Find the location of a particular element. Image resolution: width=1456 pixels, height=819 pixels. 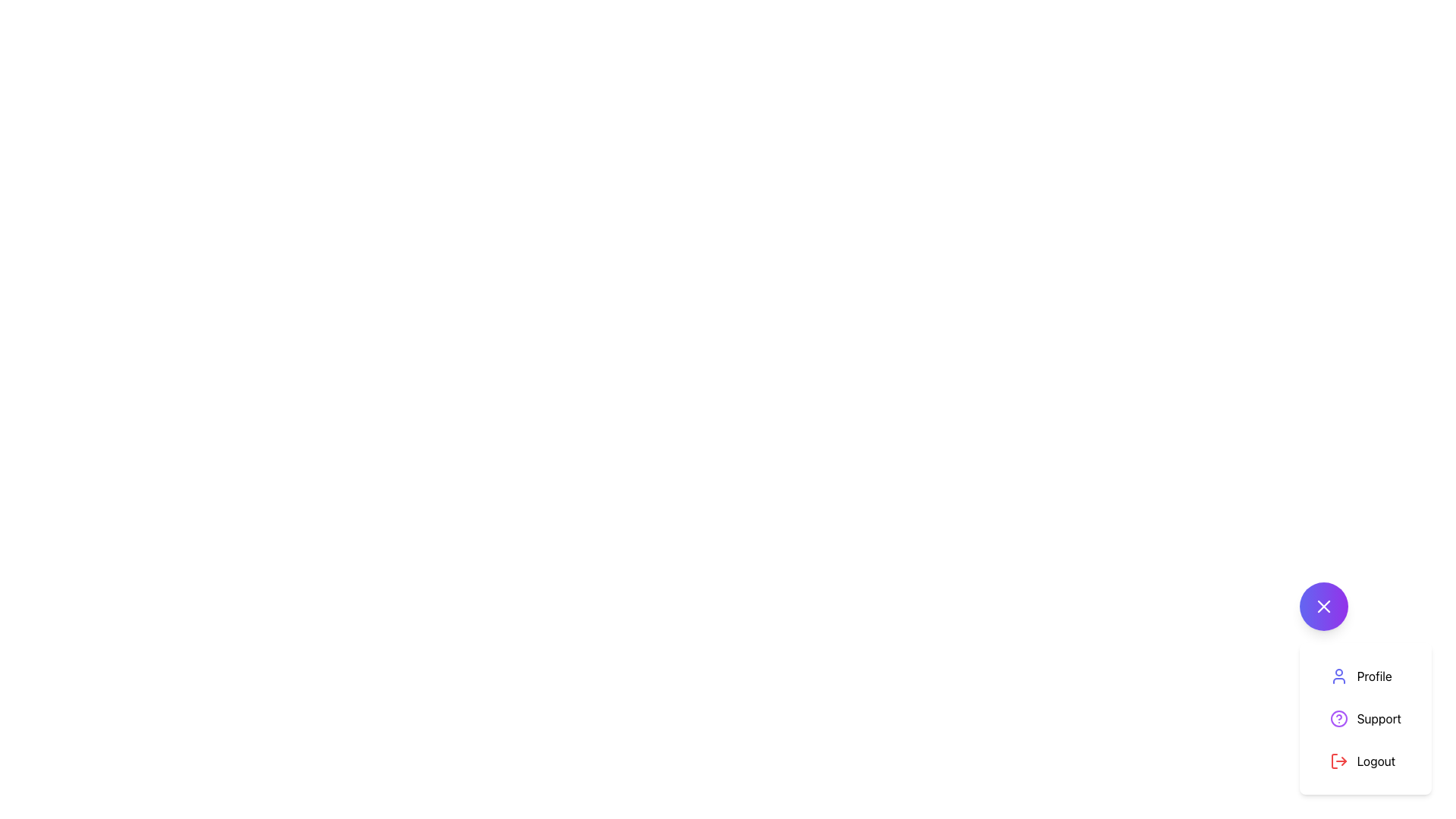

the text label that identifies the profile menu option, located in the top-right corner of the menu, below the purple circular button with a cross icon is located at coordinates (1374, 675).